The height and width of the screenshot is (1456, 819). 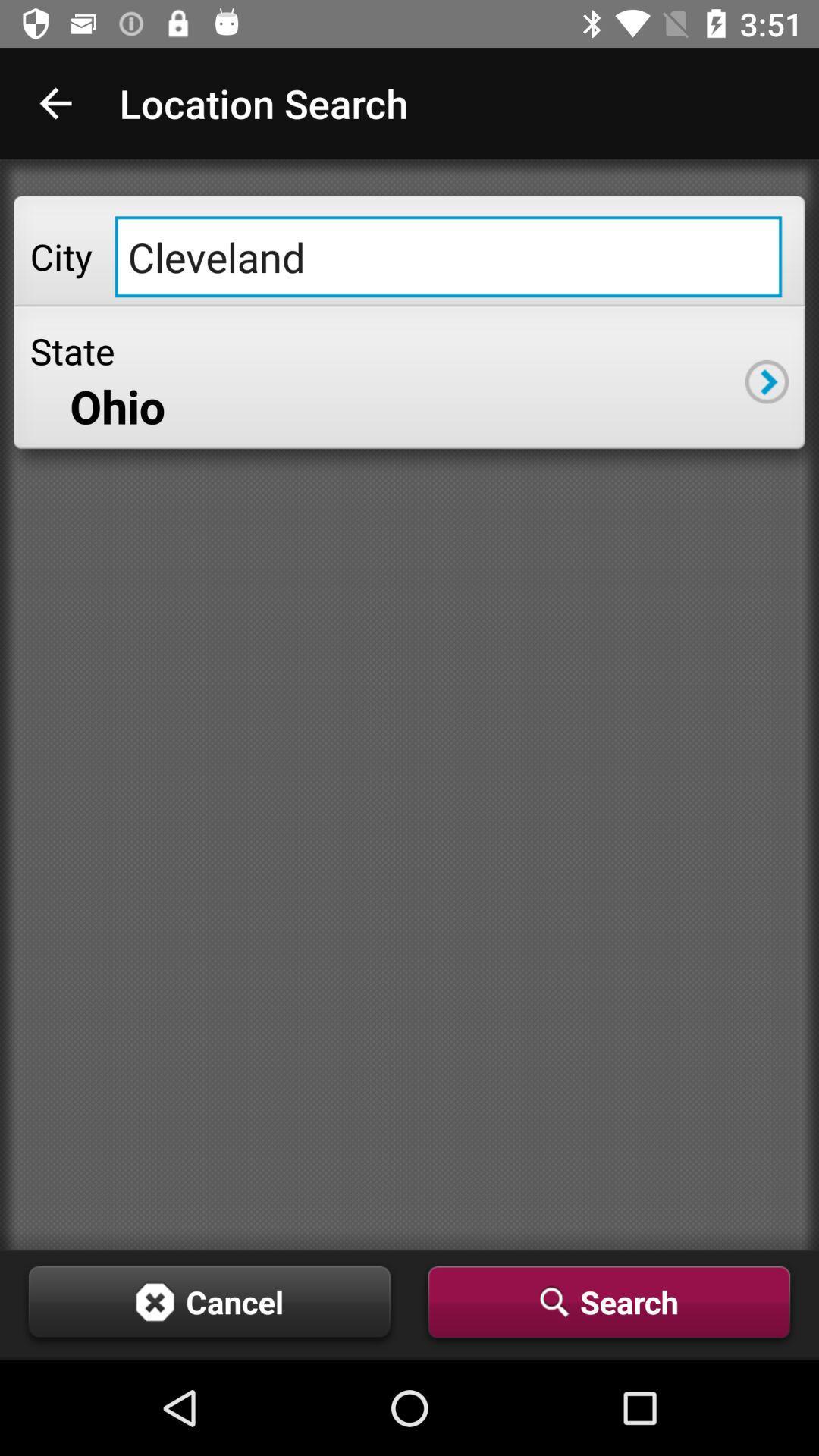 I want to click on the item above the city, so click(x=55, y=102).